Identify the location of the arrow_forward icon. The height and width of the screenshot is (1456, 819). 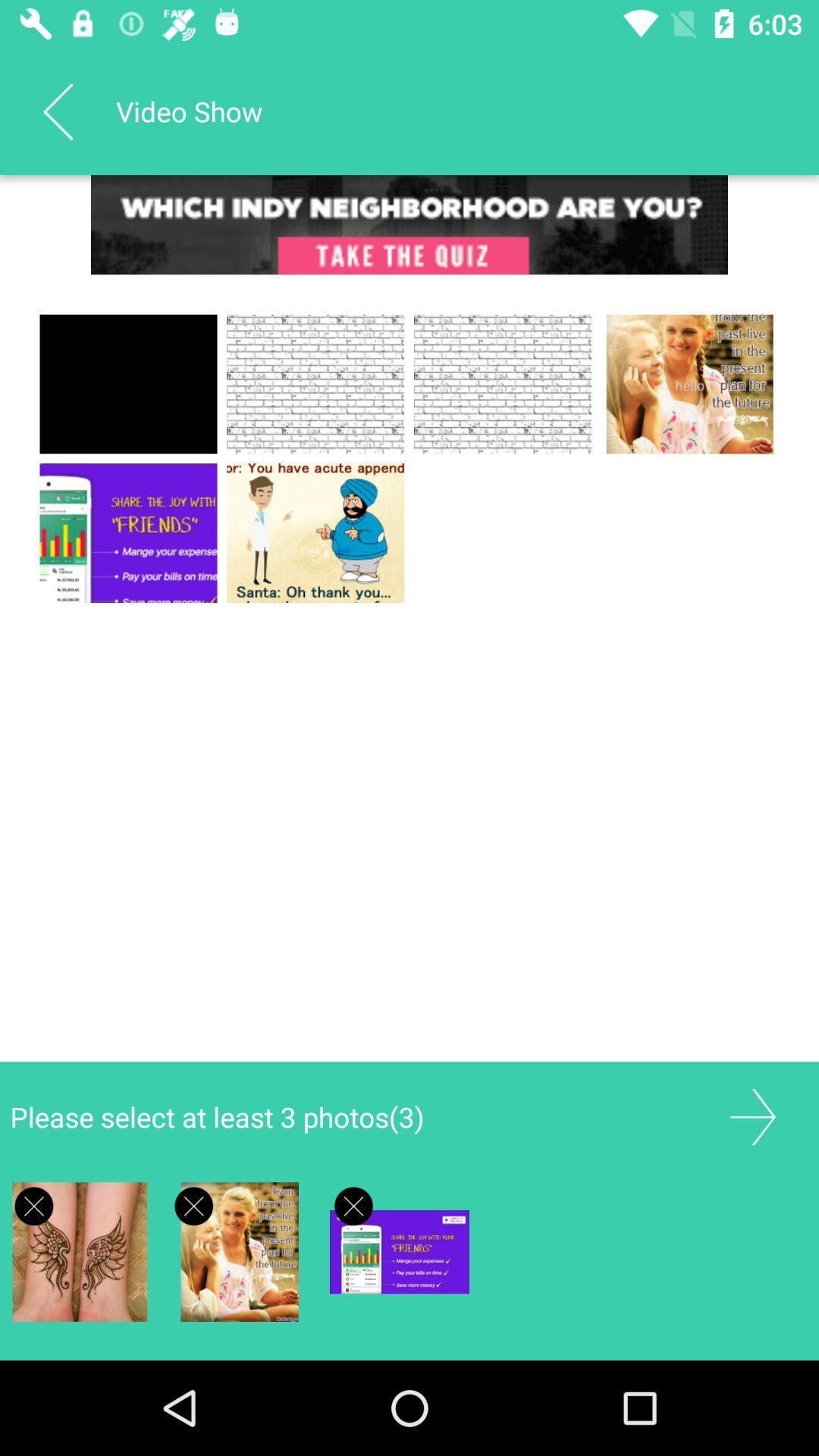
(752, 1117).